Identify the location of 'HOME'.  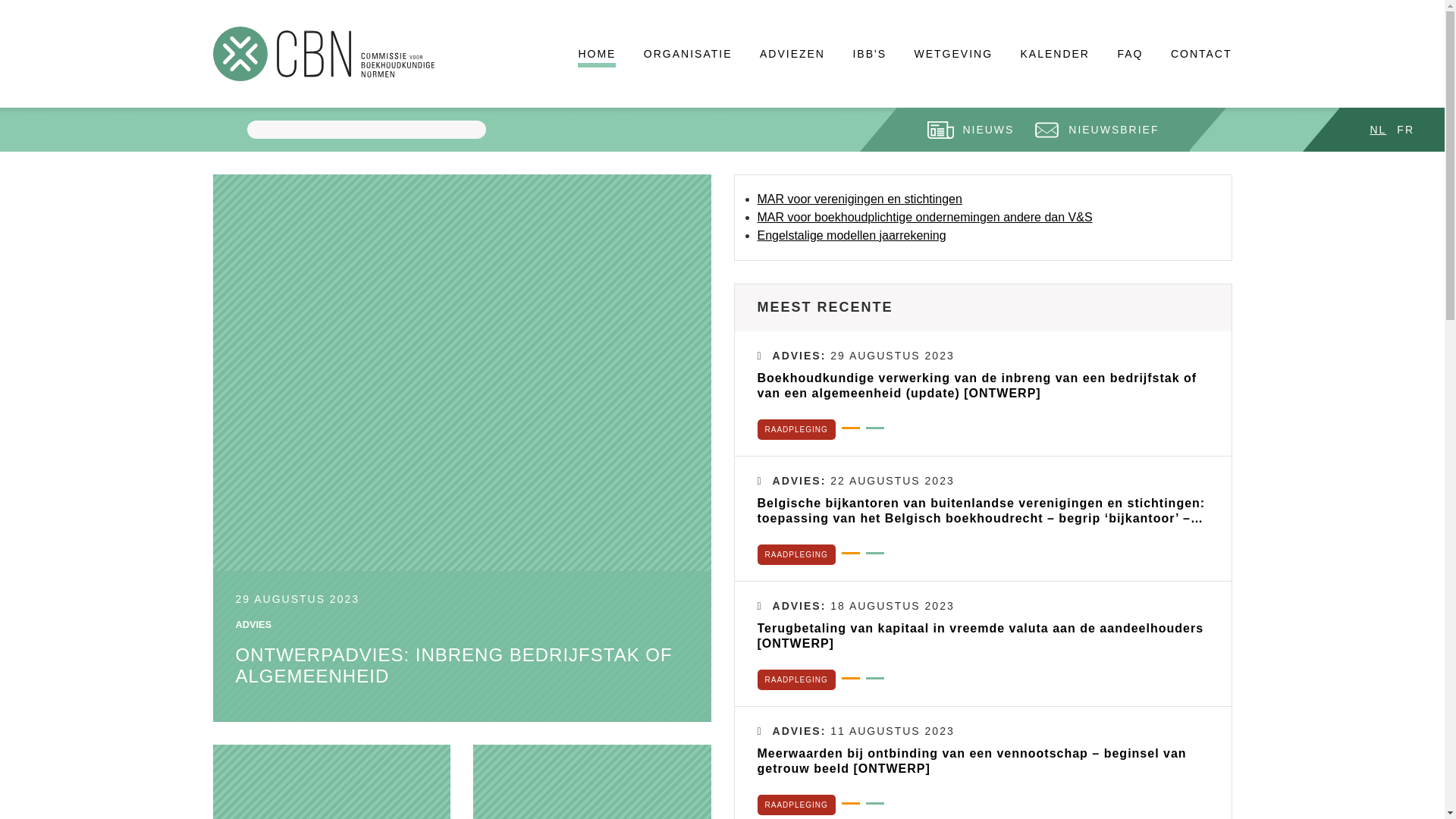
(596, 55).